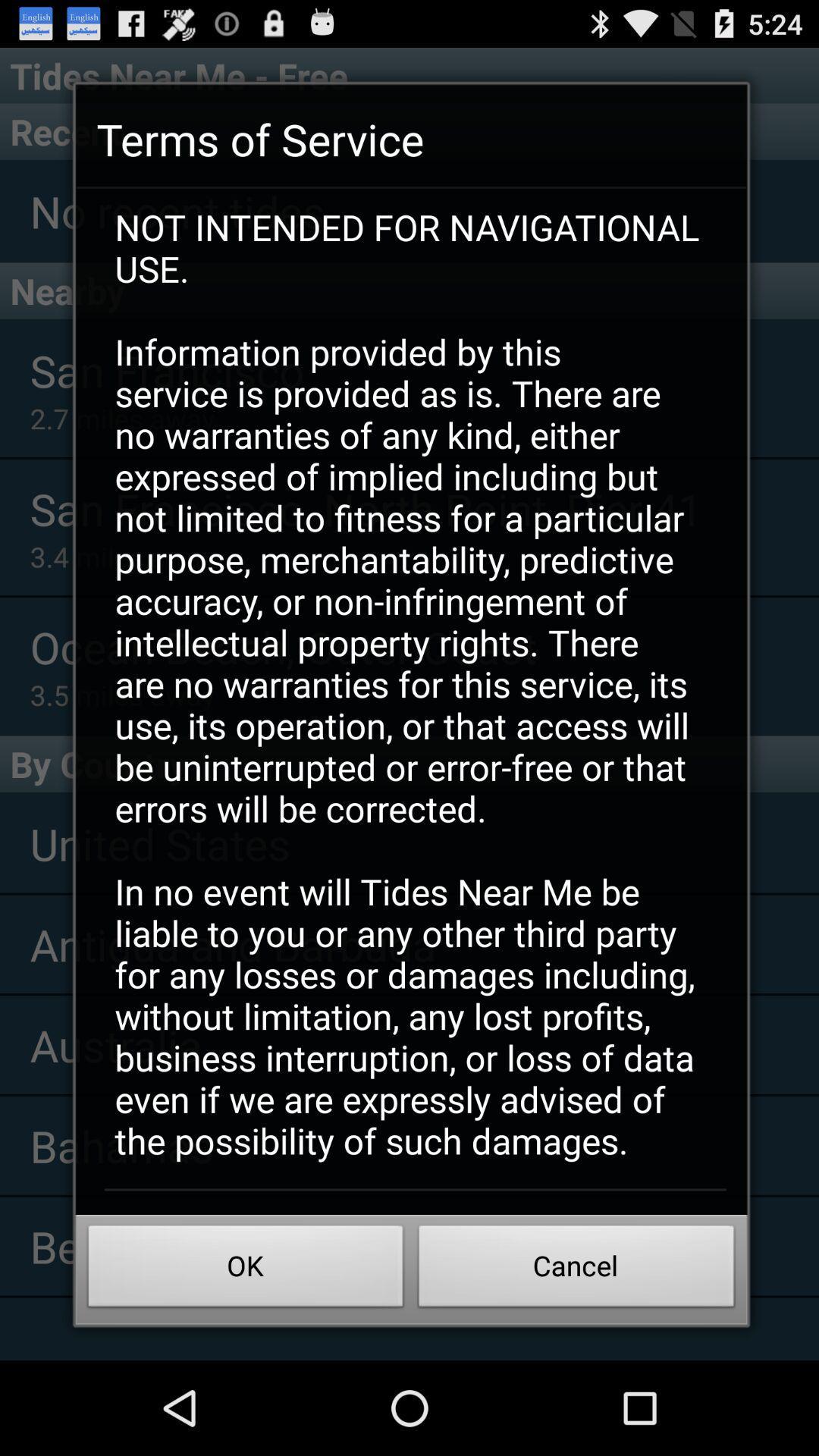 The image size is (819, 1456). What do you see at coordinates (245, 1270) in the screenshot?
I see `the icon below not intended for icon` at bounding box center [245, 1270].